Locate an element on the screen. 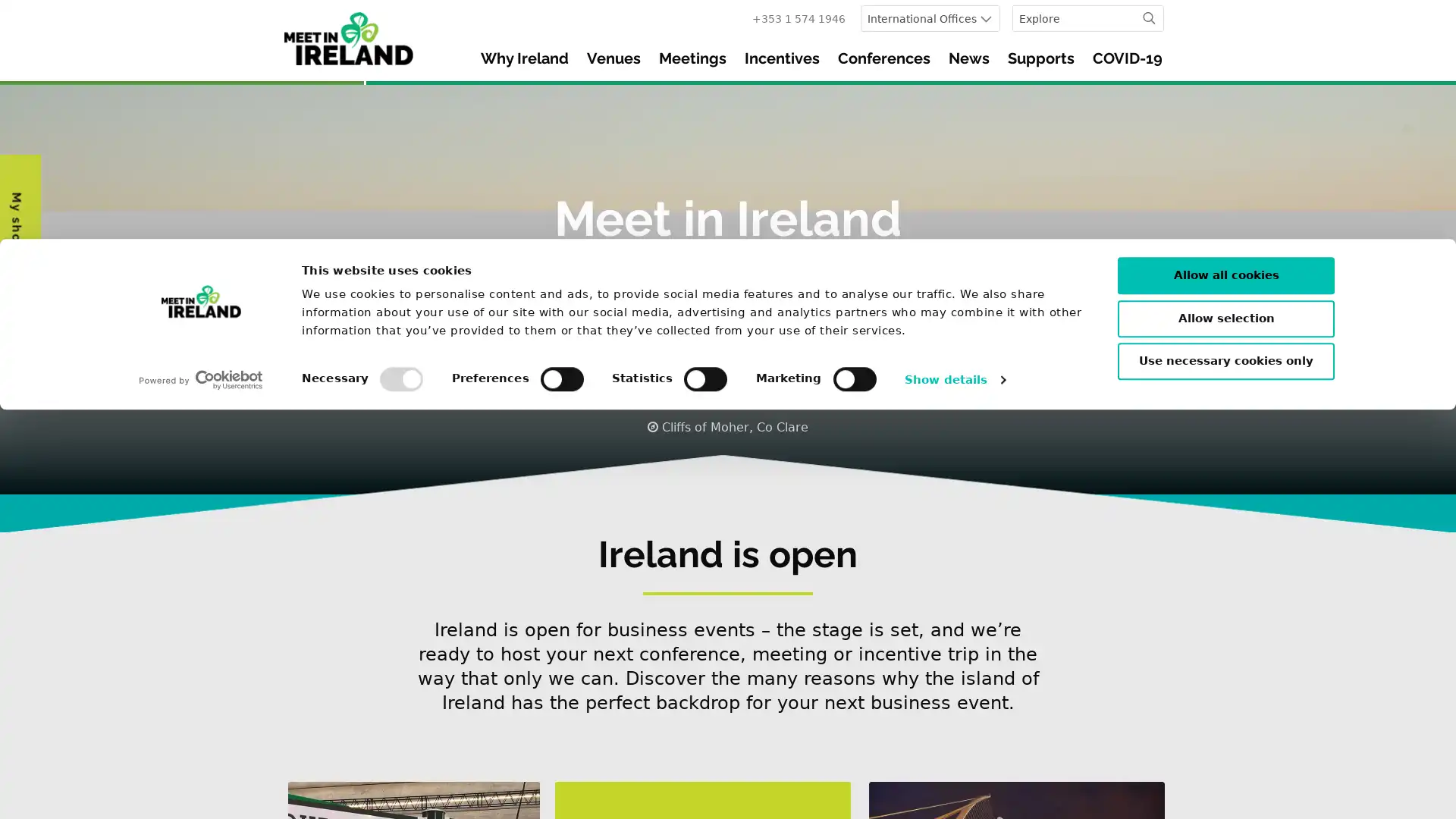 The height and width of the screenshot is (819, 1456). Use necessary cookies only is located at coordinates (1226, 770).